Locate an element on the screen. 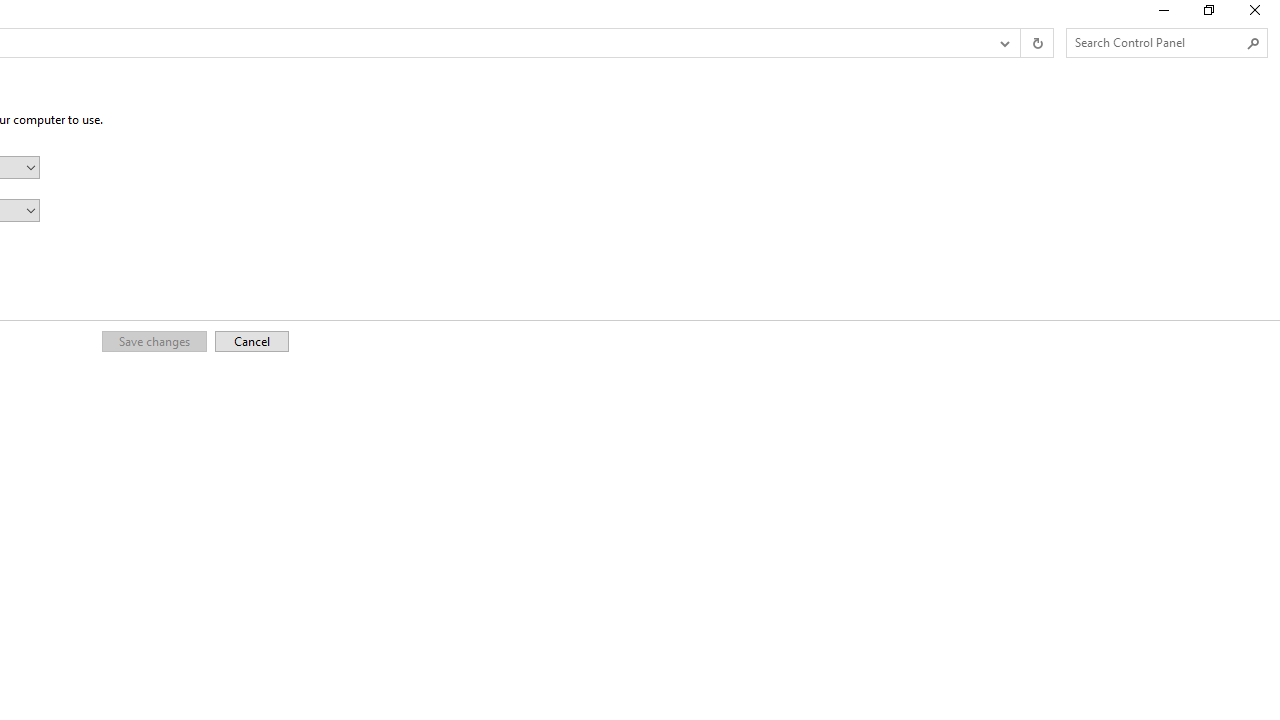  'Search' is located at coordinates (1252, 43).